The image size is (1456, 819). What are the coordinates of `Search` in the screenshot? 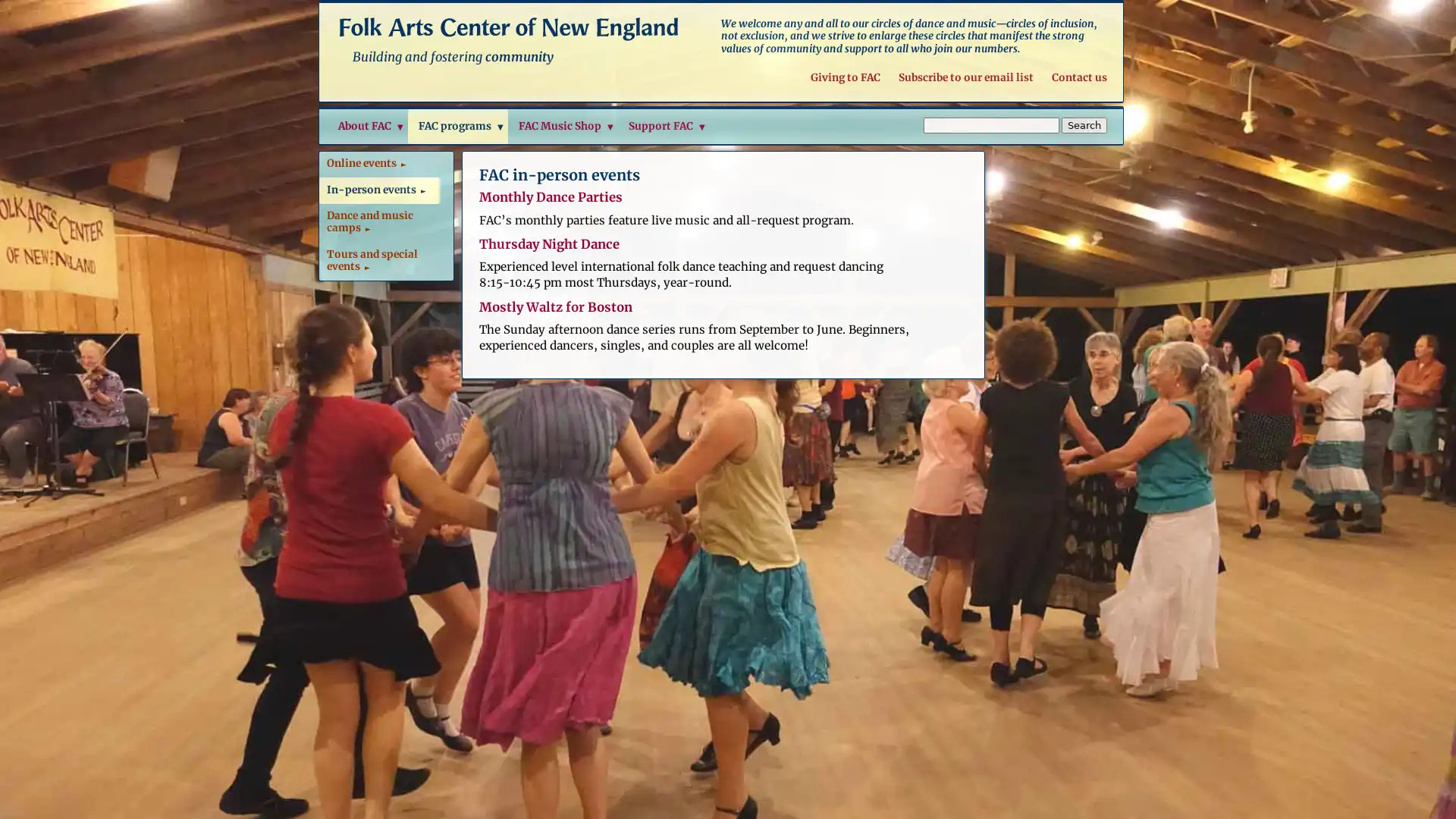 It's located at (1084, 124).